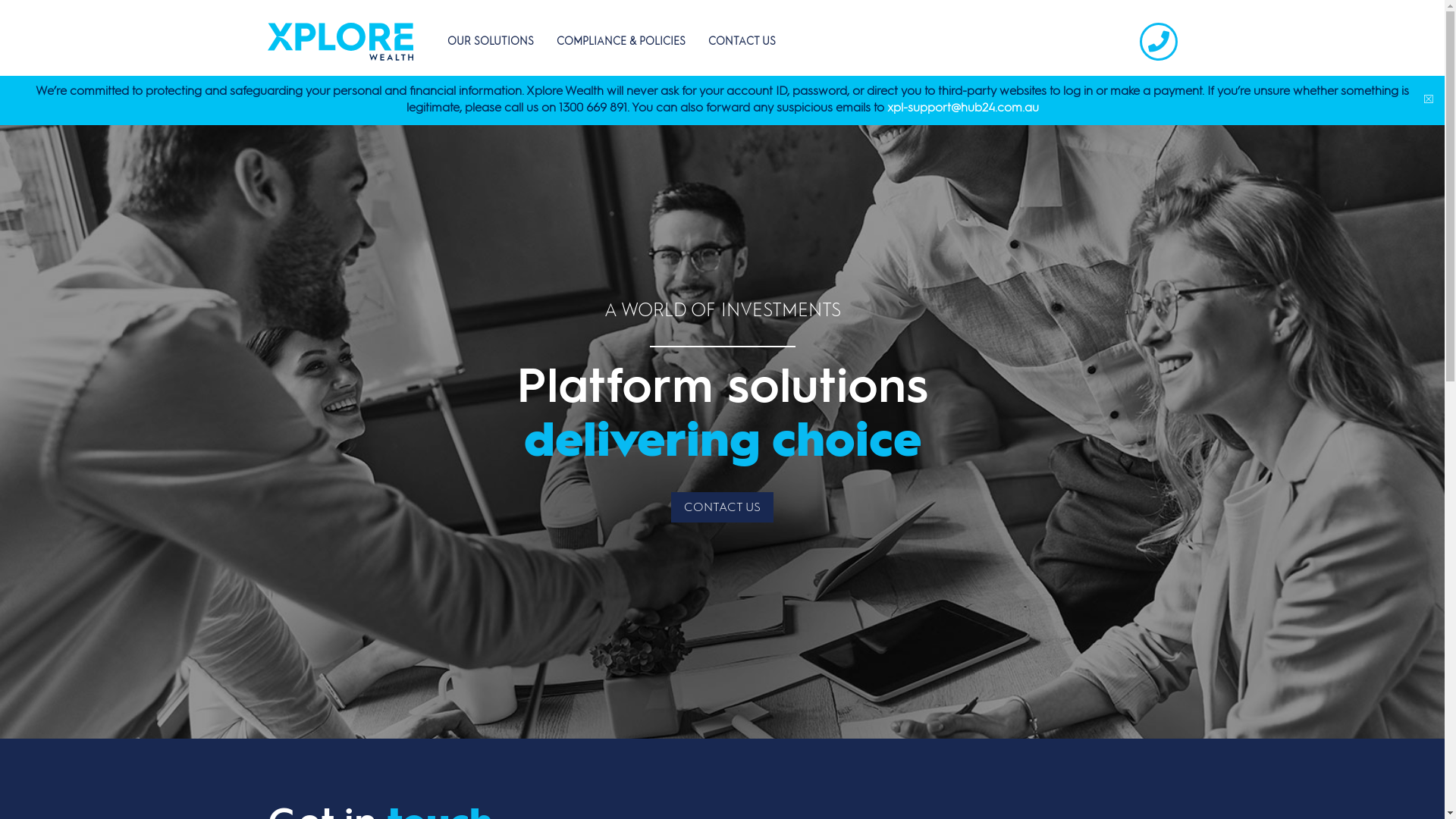 The height and width of the screenshot is (819, 1456). I want to click on 'CONTACT US', so click(721, 507).